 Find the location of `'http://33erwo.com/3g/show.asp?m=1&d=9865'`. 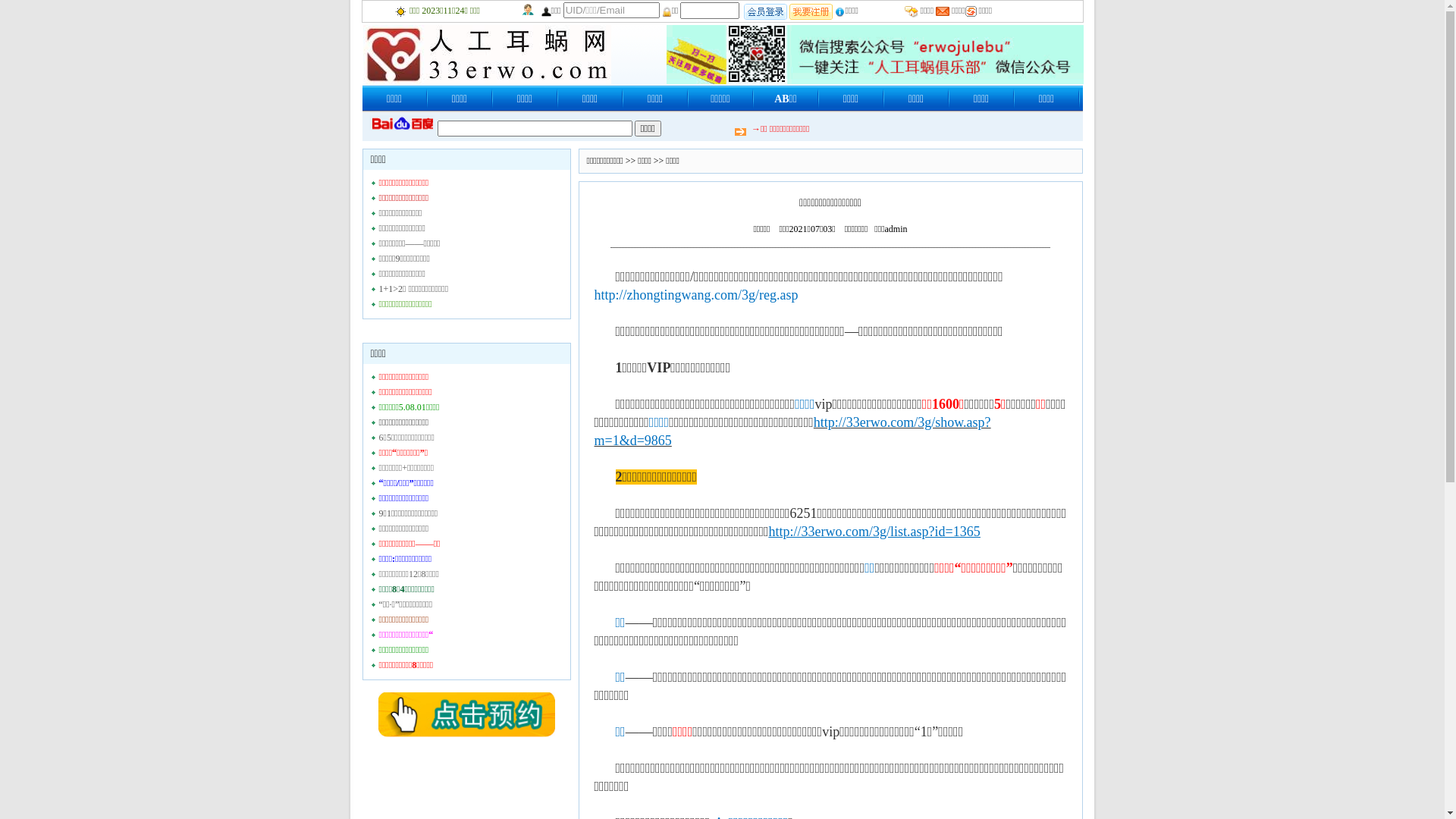

'http://33erwo.com/3g/show.asp?m=1&d=9865' is located at coordinates (792, 430).